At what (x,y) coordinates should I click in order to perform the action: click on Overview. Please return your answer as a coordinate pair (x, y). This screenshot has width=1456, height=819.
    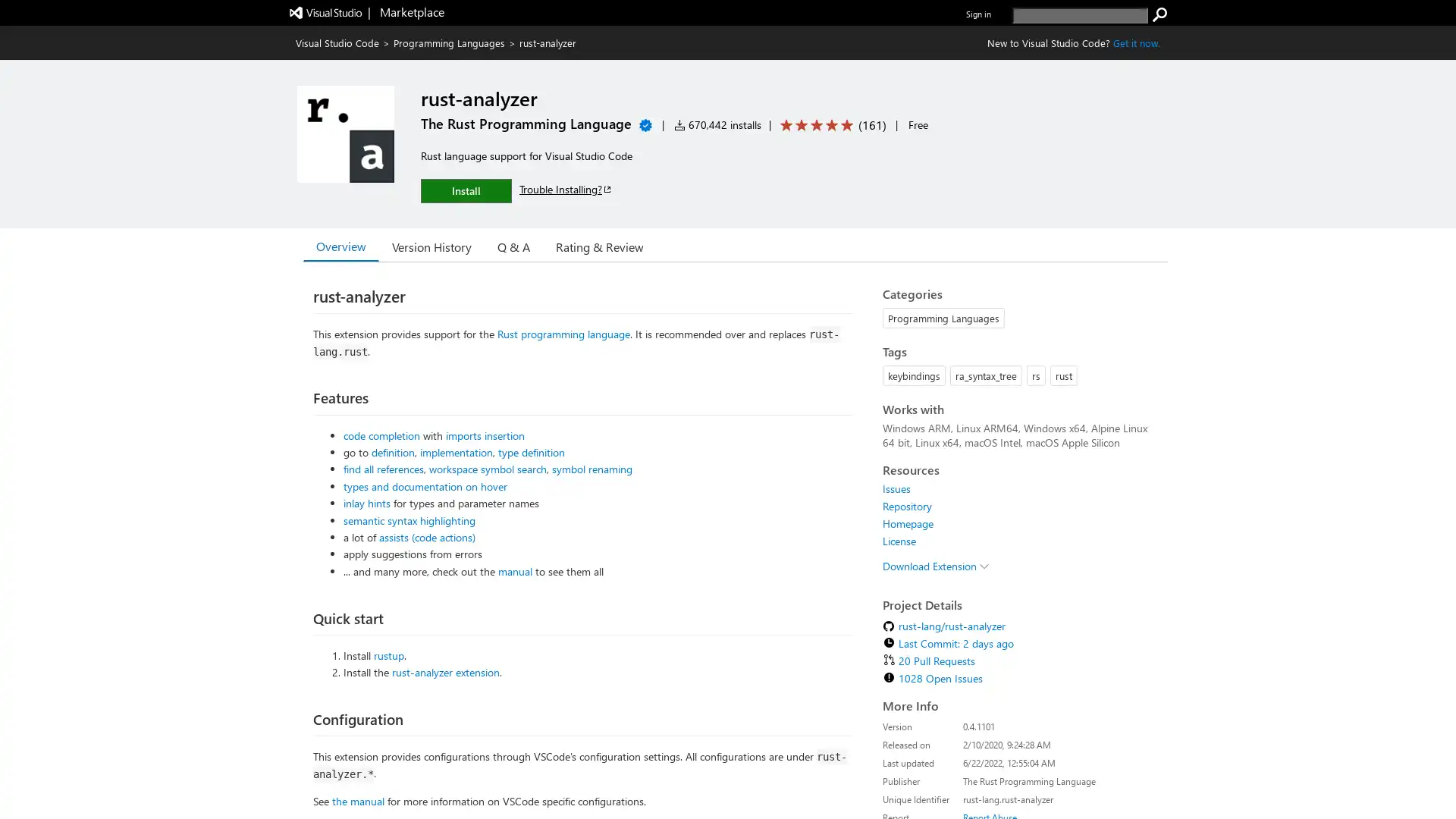
    Looking at the image, I should click on (340, 245).